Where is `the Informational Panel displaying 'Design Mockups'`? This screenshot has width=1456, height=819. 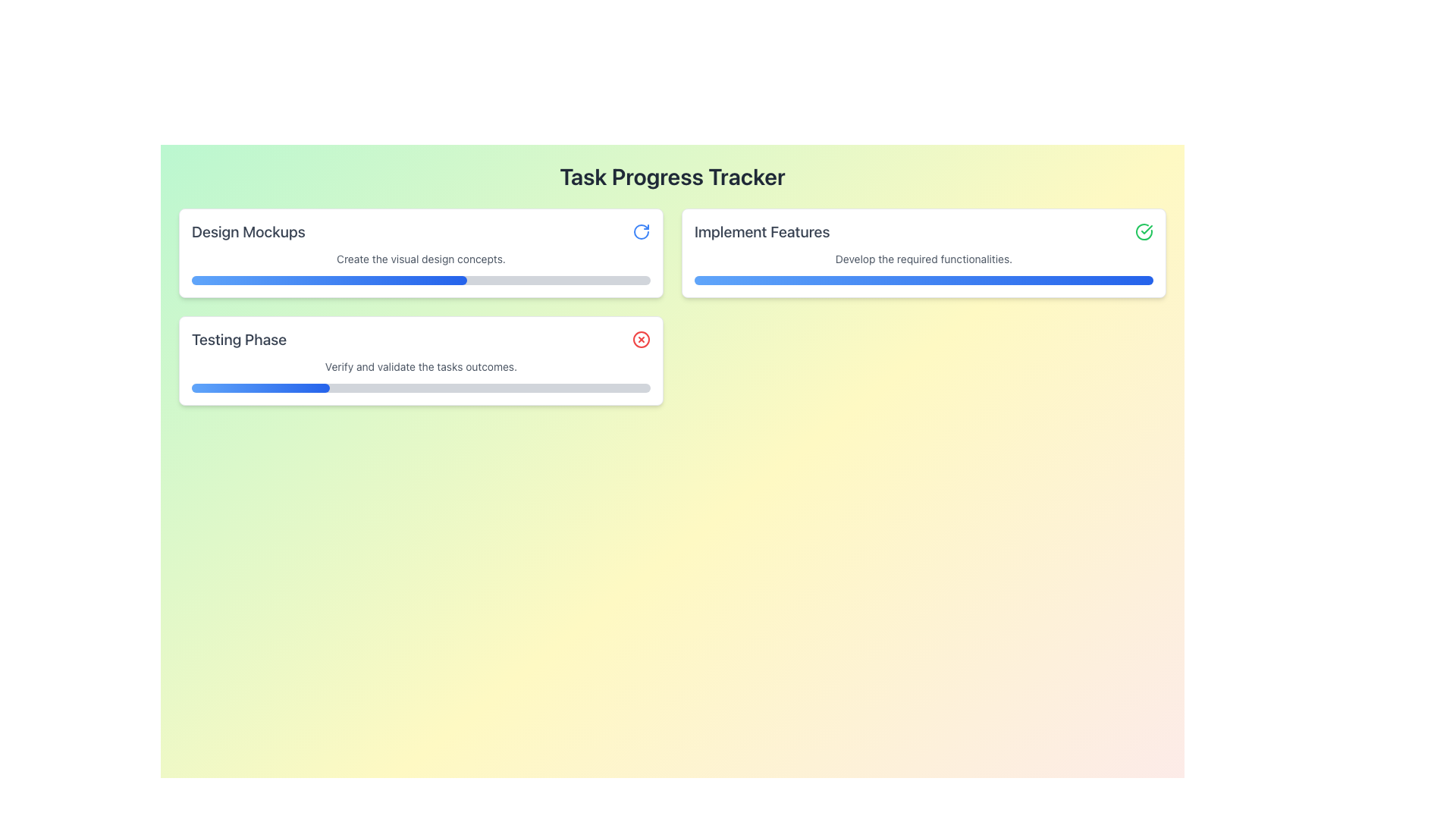 the Informational Panel displaying 'Design Mockups' is located at coordinates (421, 253).